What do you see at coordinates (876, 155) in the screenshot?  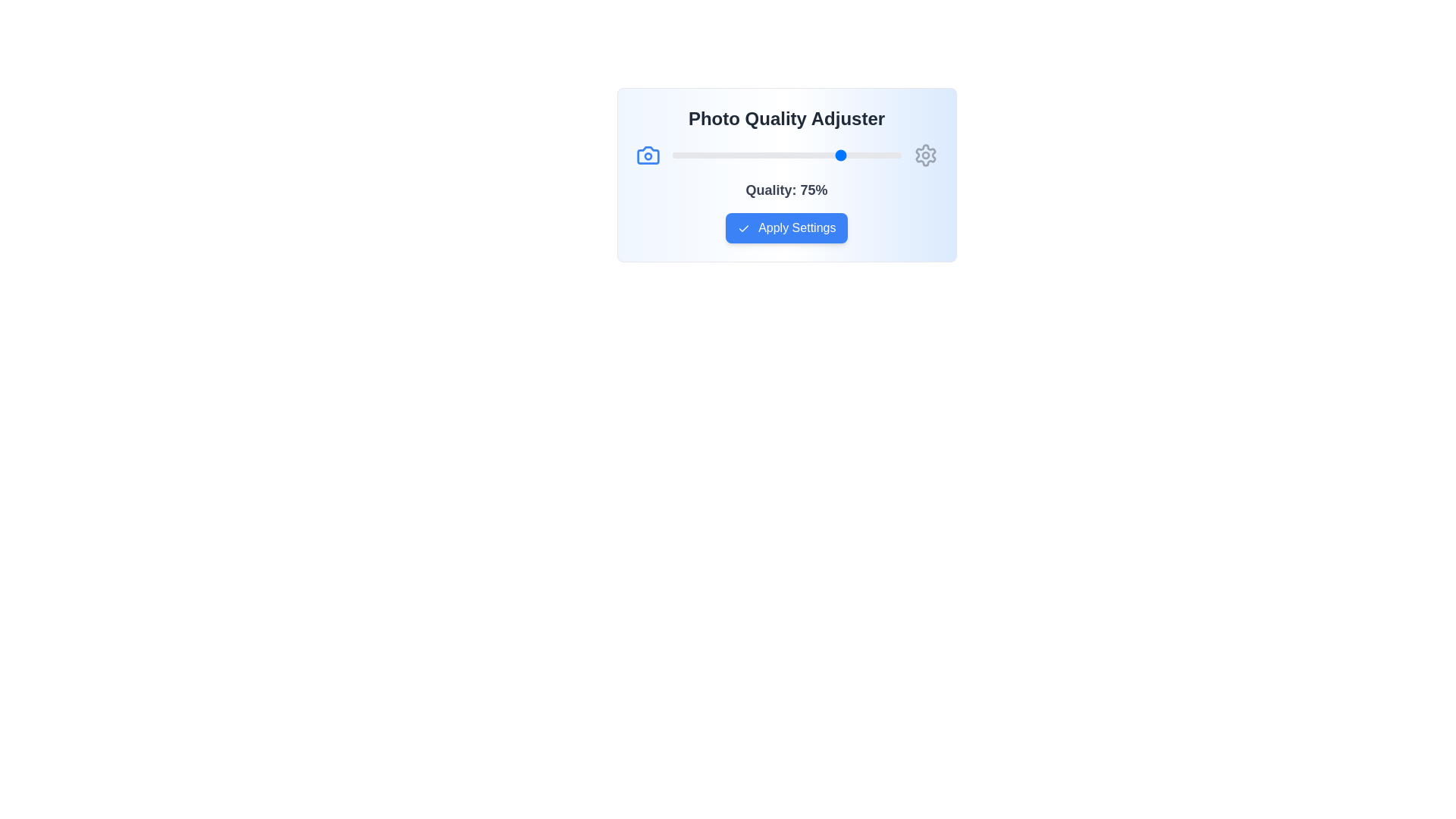 I see `the photo quality slider to 89%` at bounding box center [876, 155].